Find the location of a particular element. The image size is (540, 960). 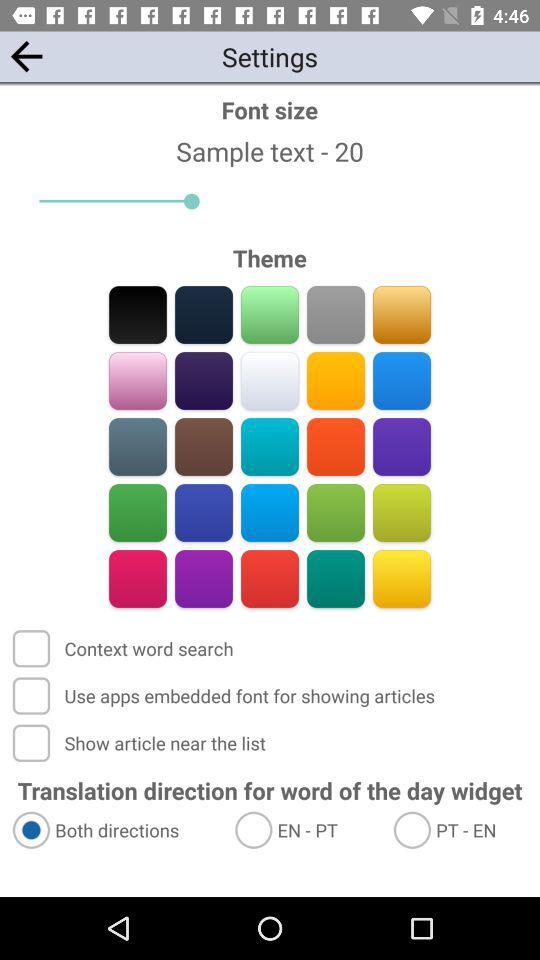

and select color option is located at coordinates (137, 380).